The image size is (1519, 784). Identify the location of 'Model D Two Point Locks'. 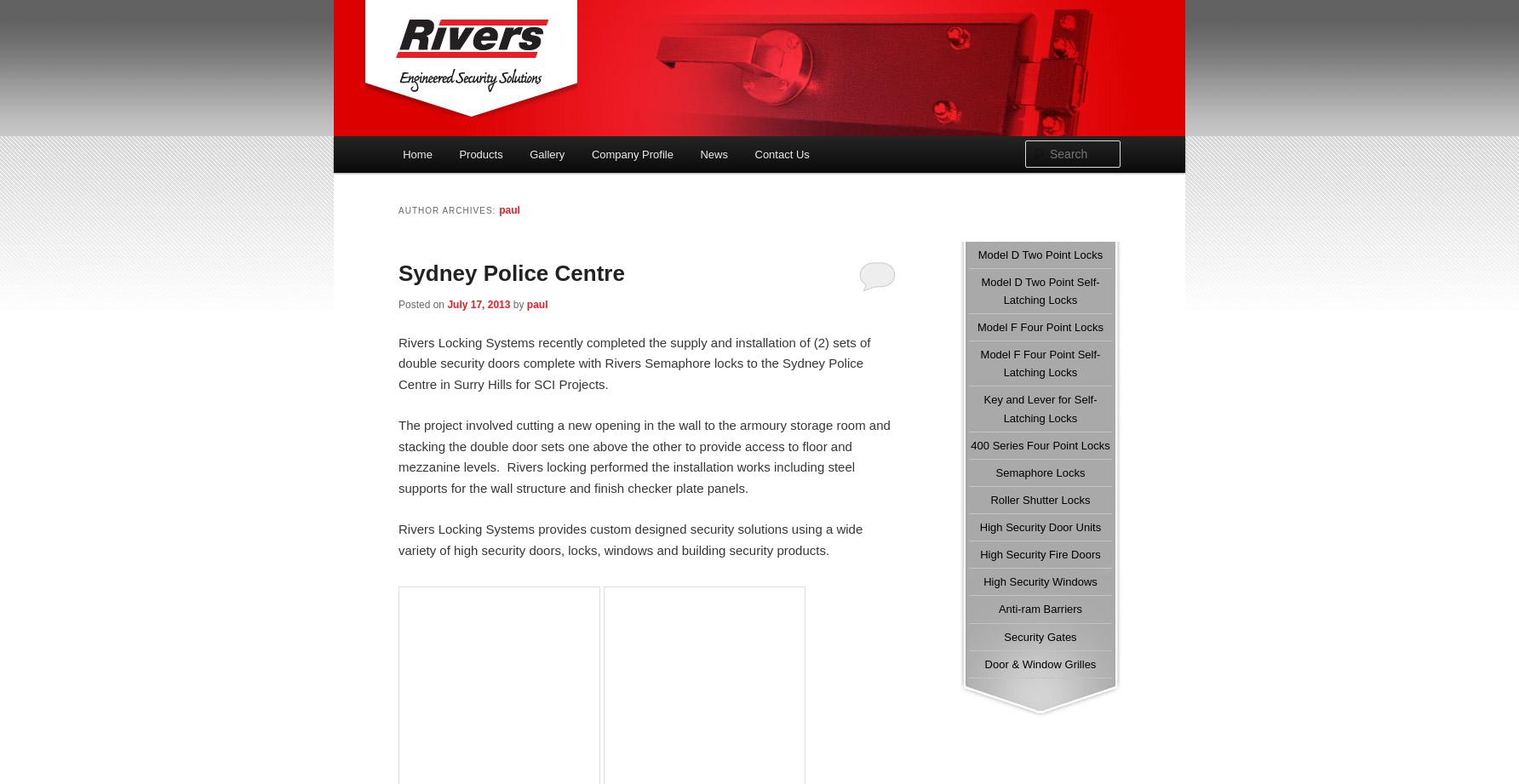
(1040, 253).